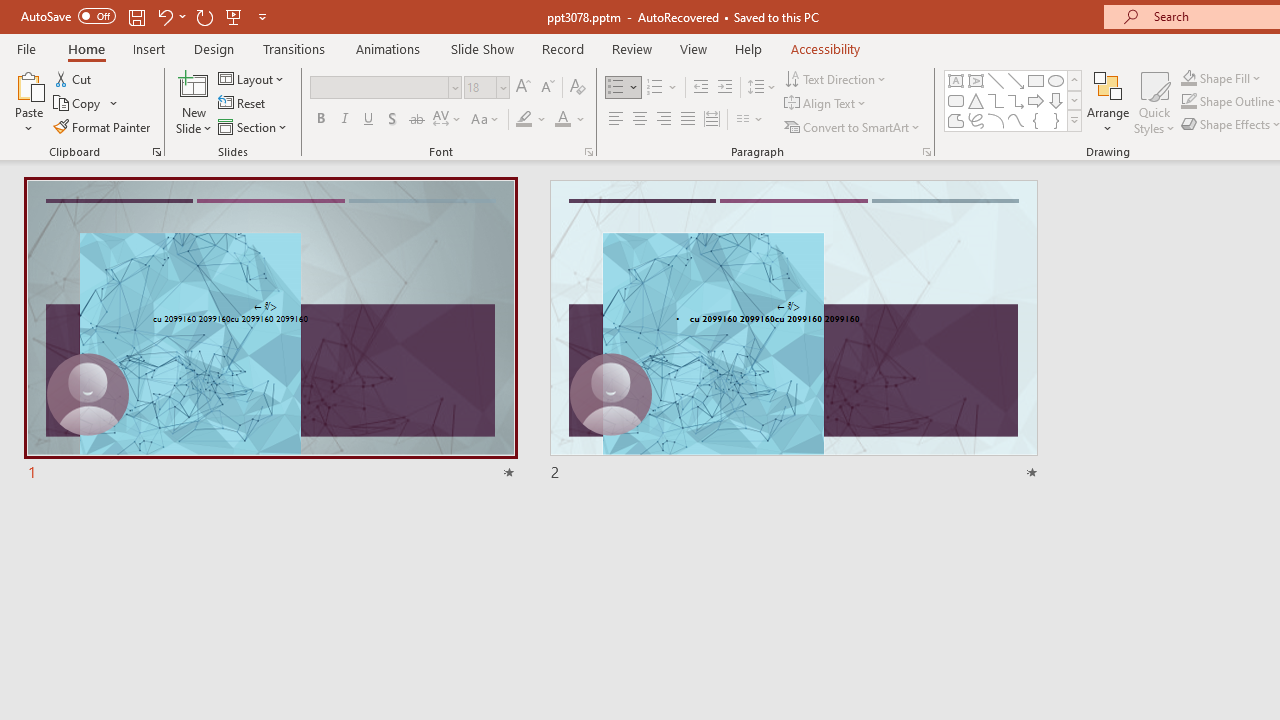 The image size is (1280, 720). What do you see at coordinates (320, 119) in the screenshot?
I see `'Bold'` at bounding box center [320, 119].